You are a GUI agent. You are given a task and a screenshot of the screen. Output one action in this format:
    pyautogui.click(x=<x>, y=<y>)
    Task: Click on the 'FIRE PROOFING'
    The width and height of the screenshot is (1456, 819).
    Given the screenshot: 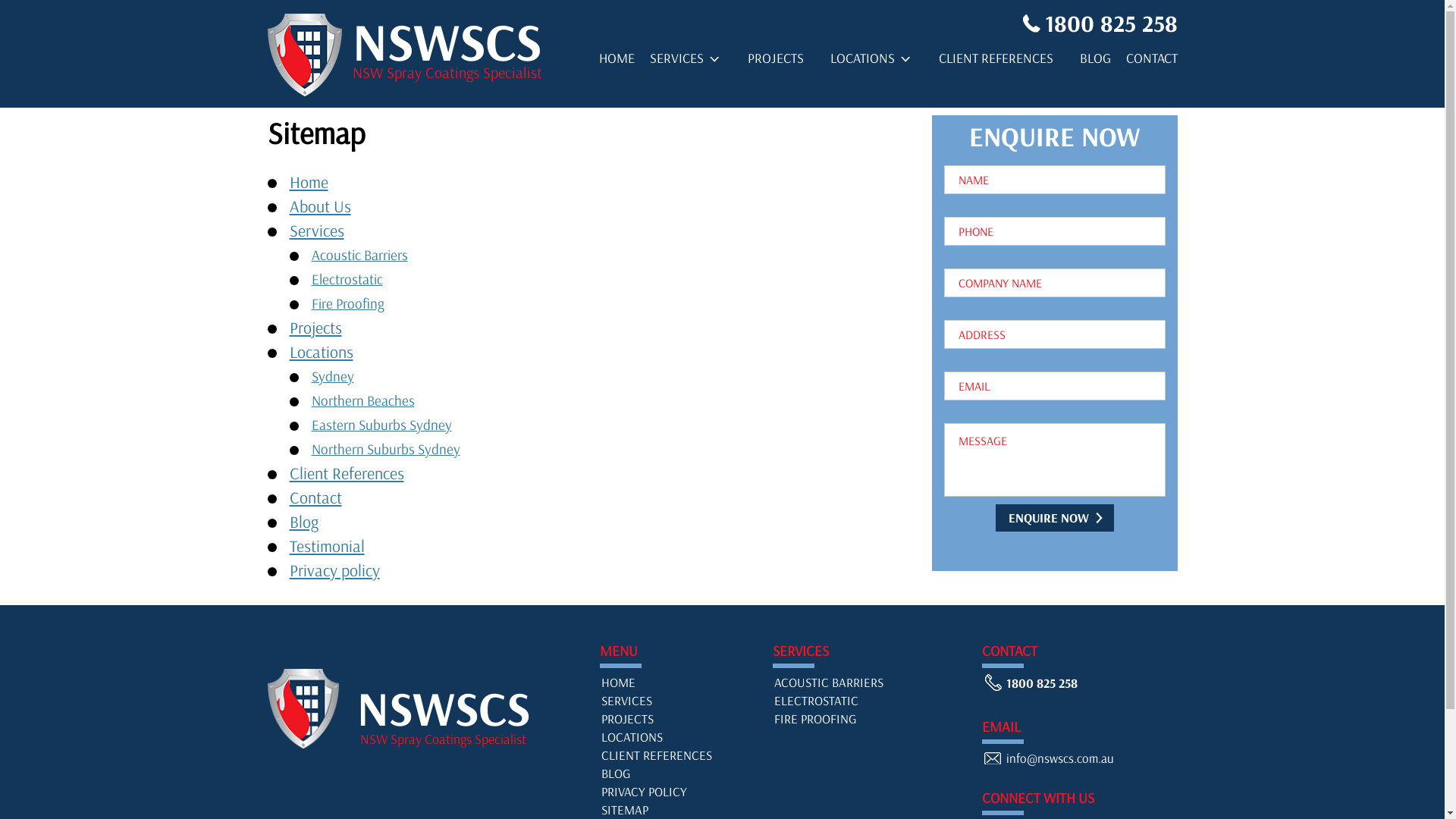 What is the action you would take?
    pyautogui.click(x=814, y=717)
    